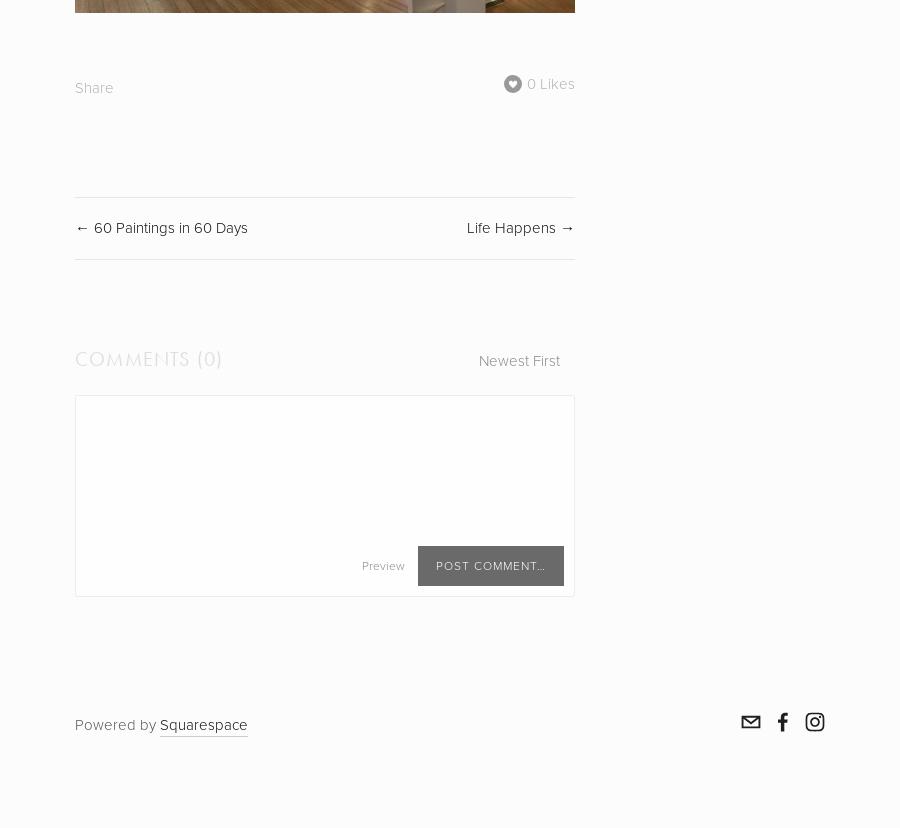 This screenshot has height=828, width=900. I want to click on 'Preview', so click(383, 565).